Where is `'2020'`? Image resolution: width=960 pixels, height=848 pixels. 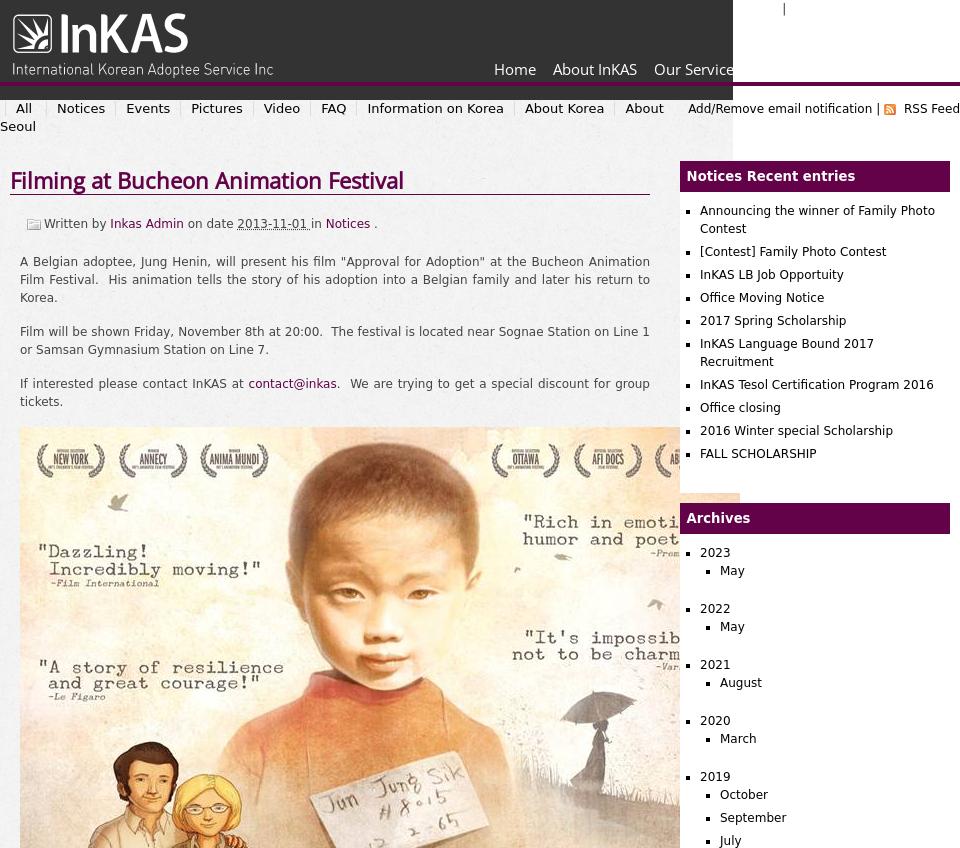
'2020' is located at coordinates (715, 720).